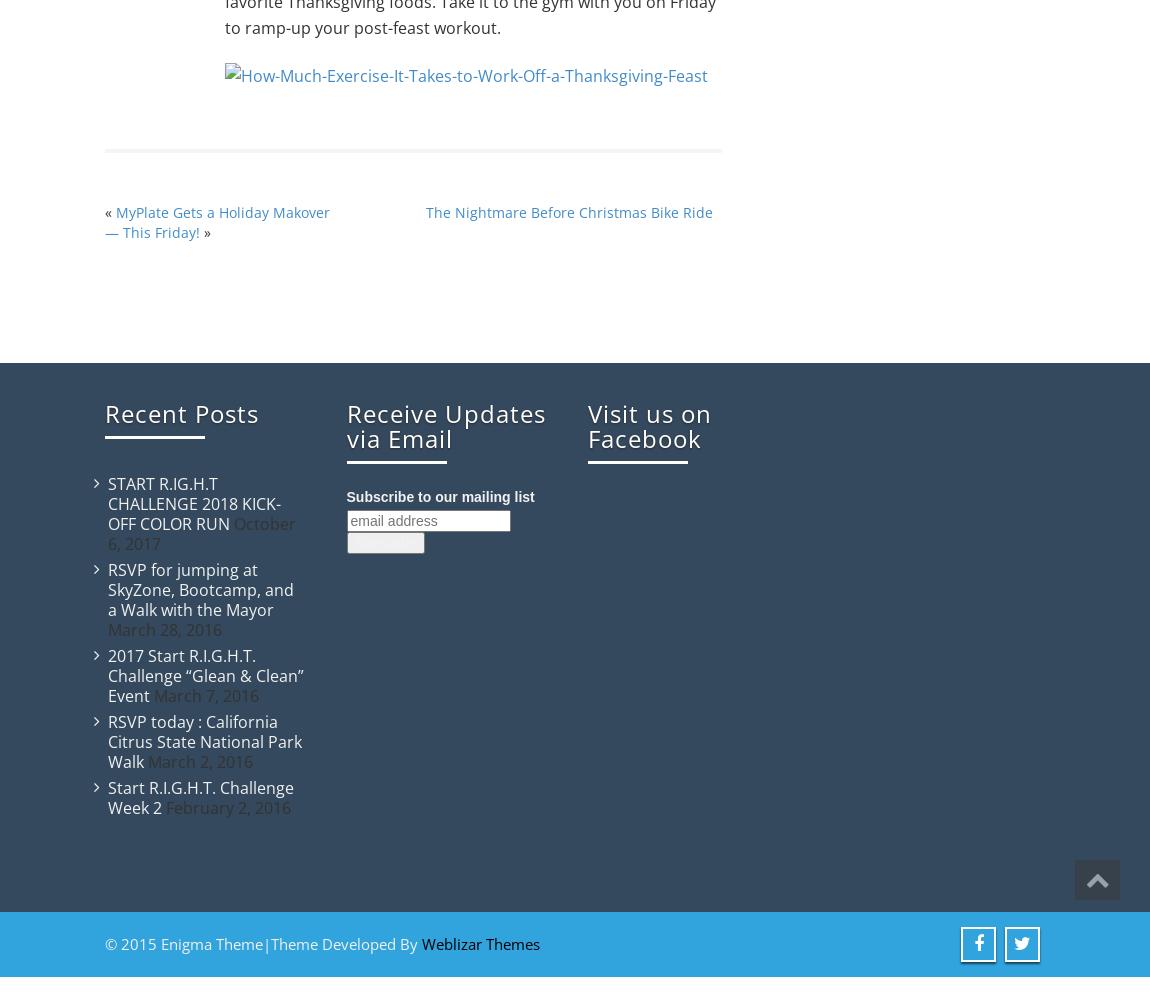 The width and height of the screenshot is (1150, 1000). What do you see at coordinates (106, 798) in the screenshot?
I see `'Start R.I.G.H.T. Challenge Week 2'` at bounding box center [106, 798].